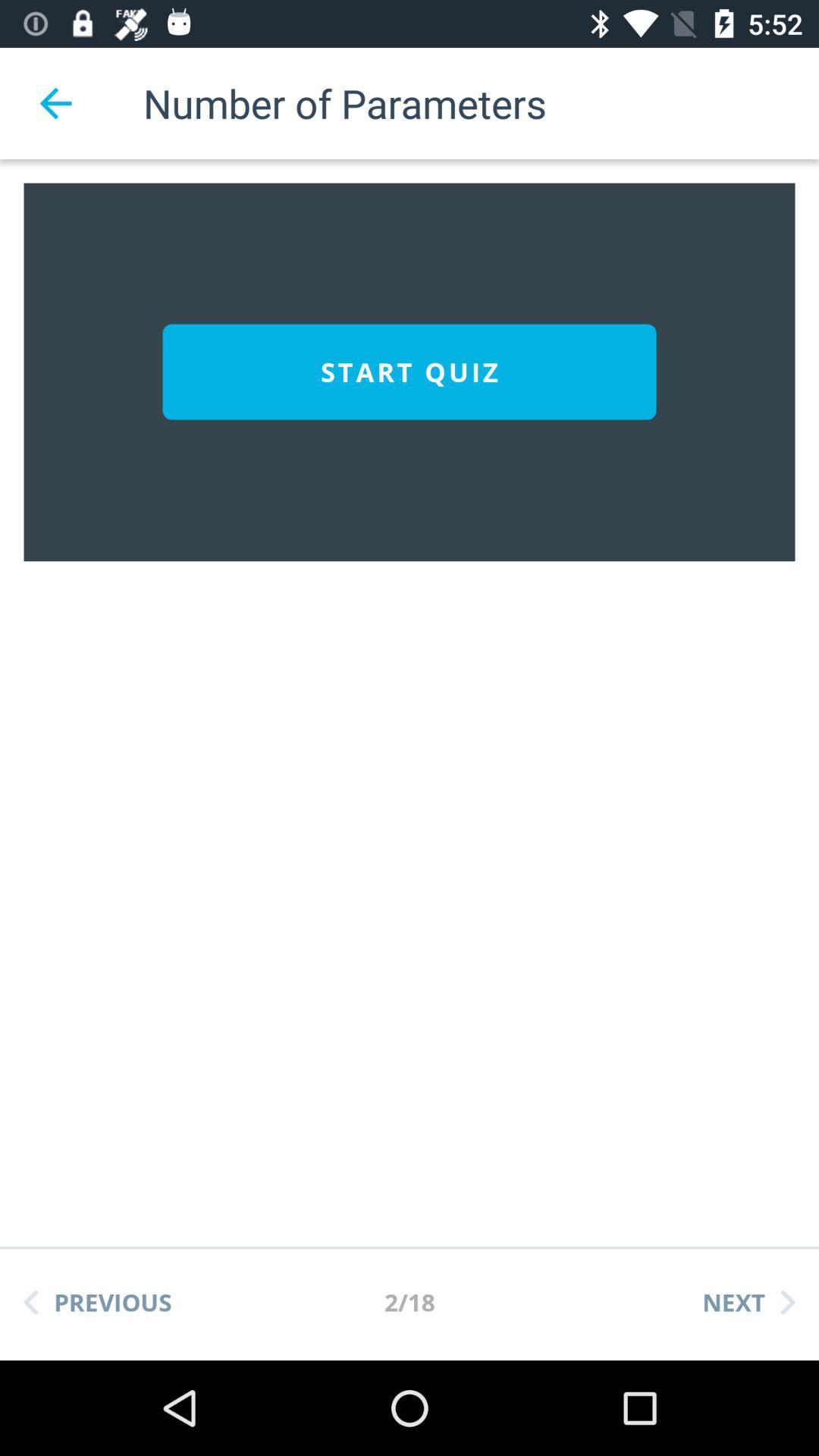 The width and height of the screenshot is (819, 1456). Describe the element at coordinates (409, 372) in the screenshot. I see `icon above the previous item` at that location.